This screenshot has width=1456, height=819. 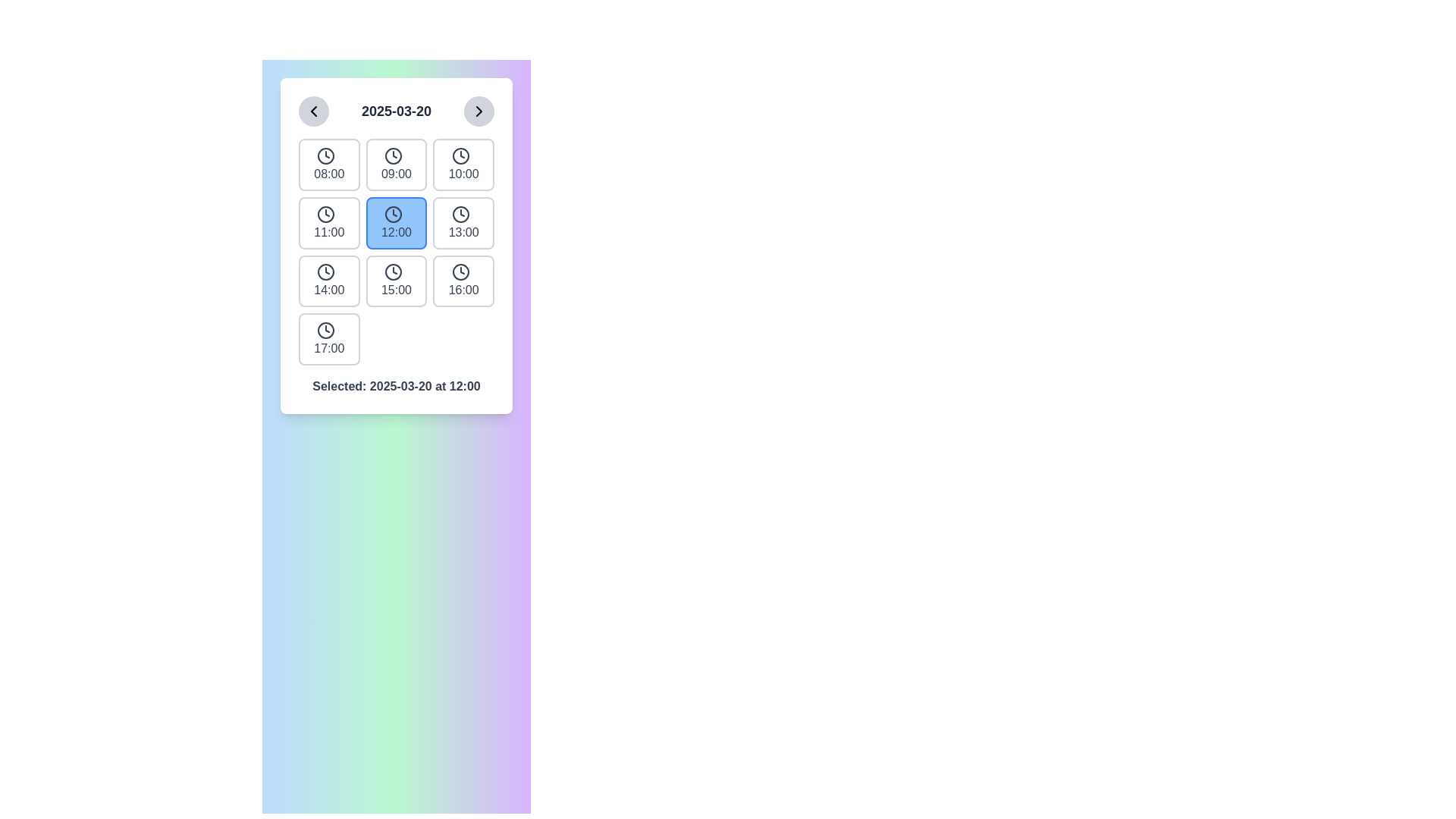 I want to click on the chevron-shaped SVG icon located in the top-right corner of the calendar interface, so click(x=479, y=110).